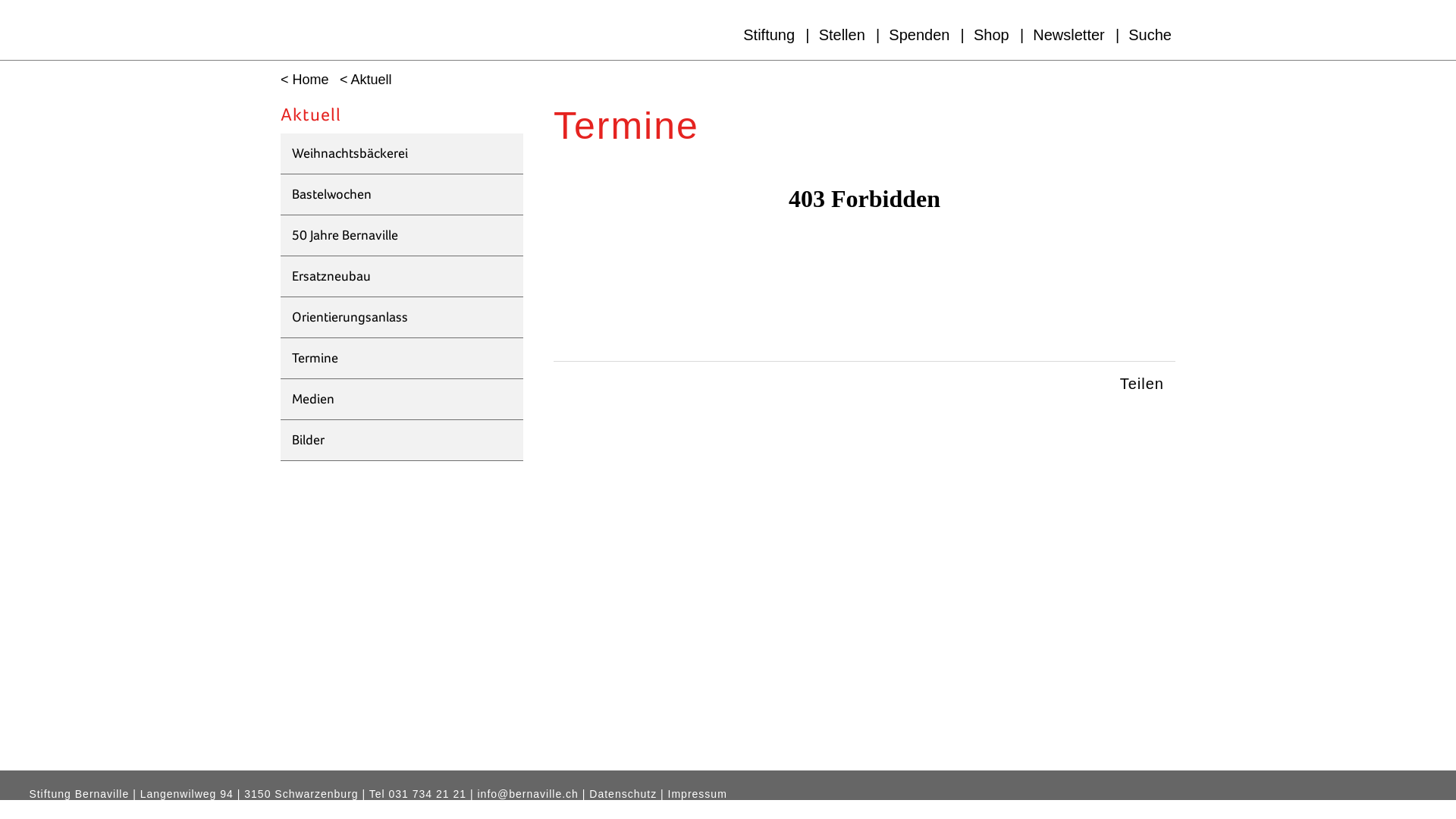  I want to click on '< Home', so click(301, 80).